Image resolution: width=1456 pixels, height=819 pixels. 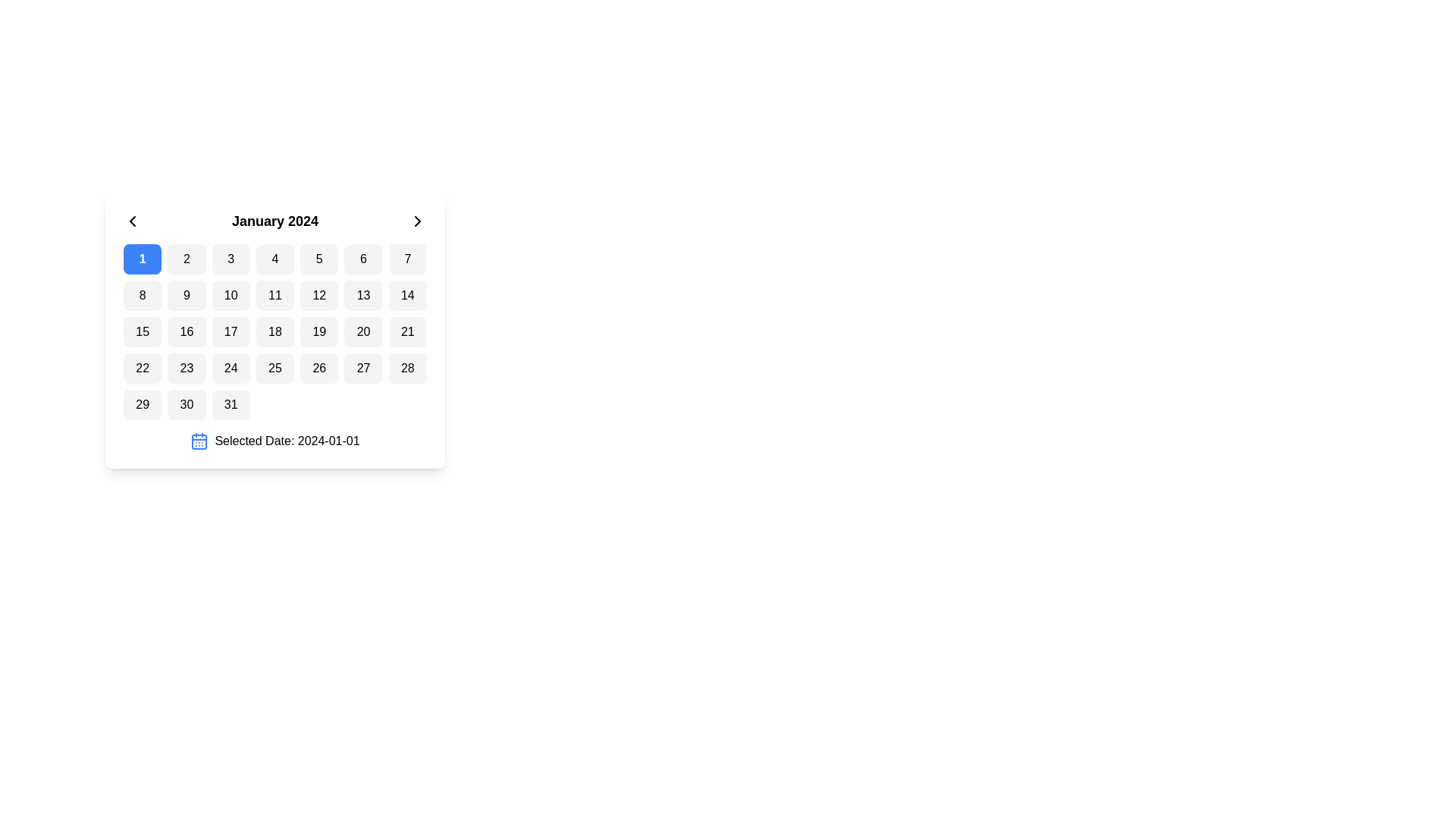 What do you see at coordinates (418, 221) in the screenshot?
I see `the navigation button located on the far-right side of the calendar header, adjacent to 'January 2024'` at bounding box center [418, 221].